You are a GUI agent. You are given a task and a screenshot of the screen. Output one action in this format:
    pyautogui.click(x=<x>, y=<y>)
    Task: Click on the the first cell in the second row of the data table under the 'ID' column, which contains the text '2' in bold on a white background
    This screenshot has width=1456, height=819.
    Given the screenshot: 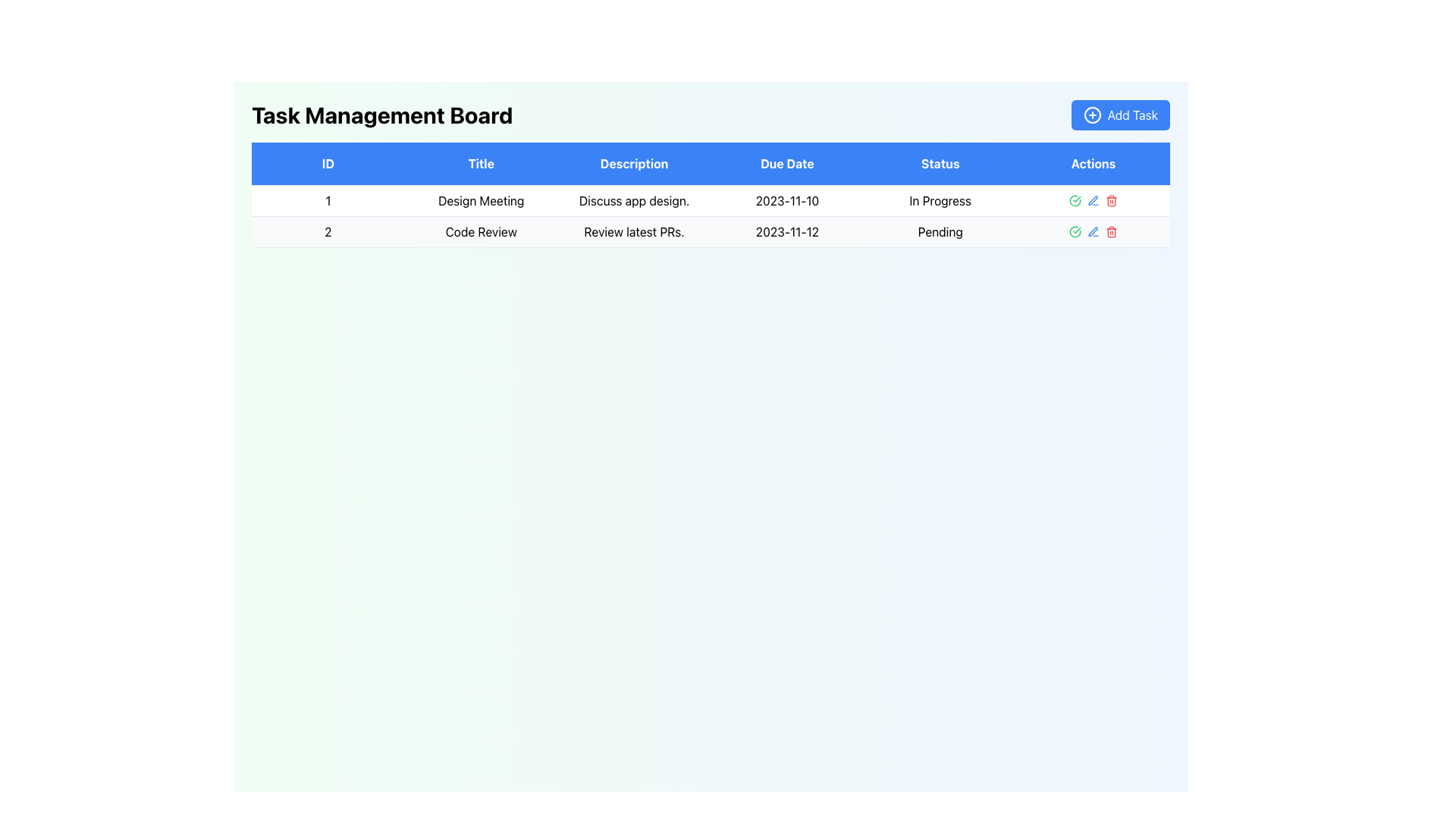 What is the action you would take?
    pyautogui.click(x=327, y=231)
    